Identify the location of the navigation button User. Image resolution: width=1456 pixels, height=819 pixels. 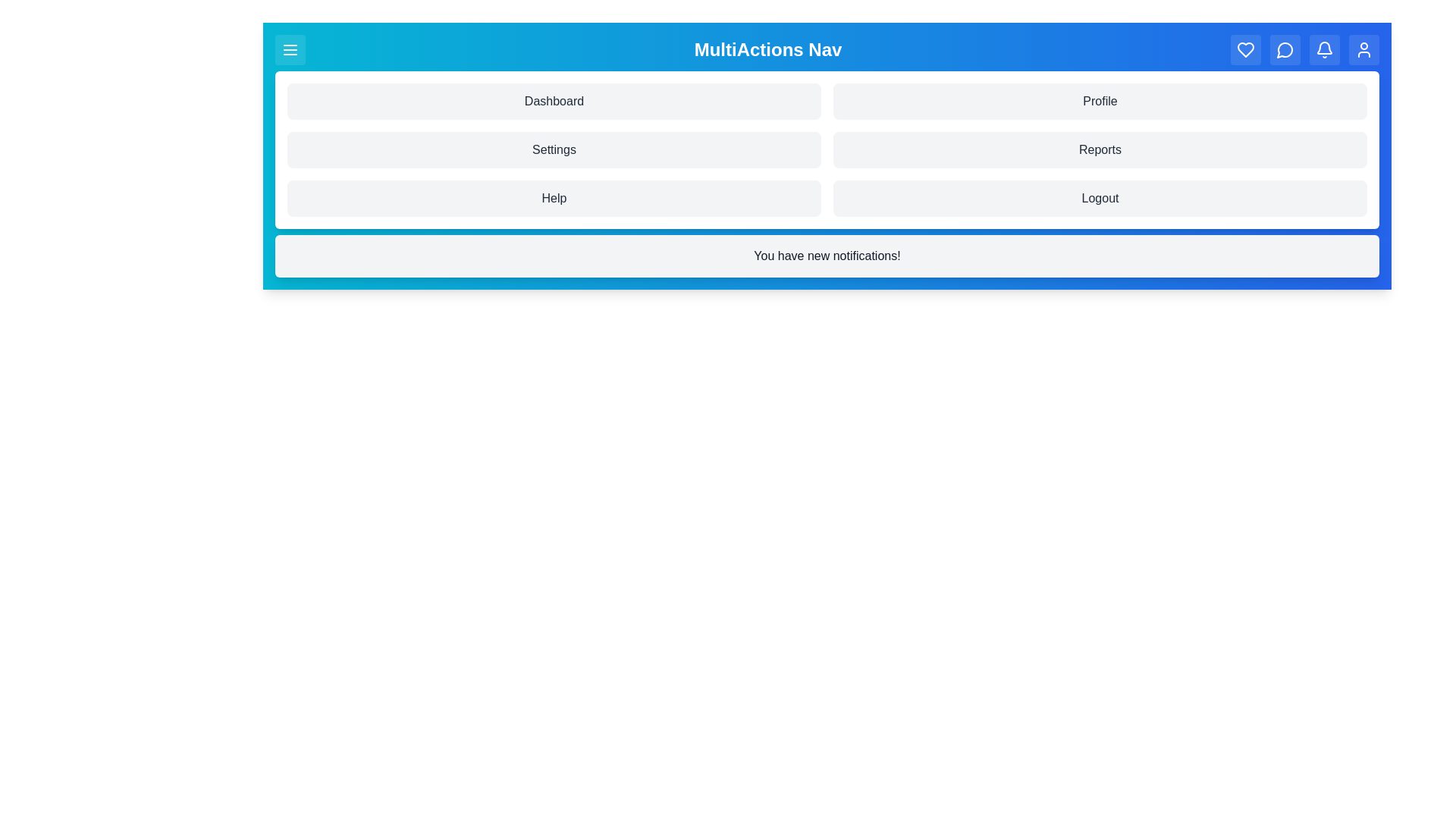
(1364, 49).